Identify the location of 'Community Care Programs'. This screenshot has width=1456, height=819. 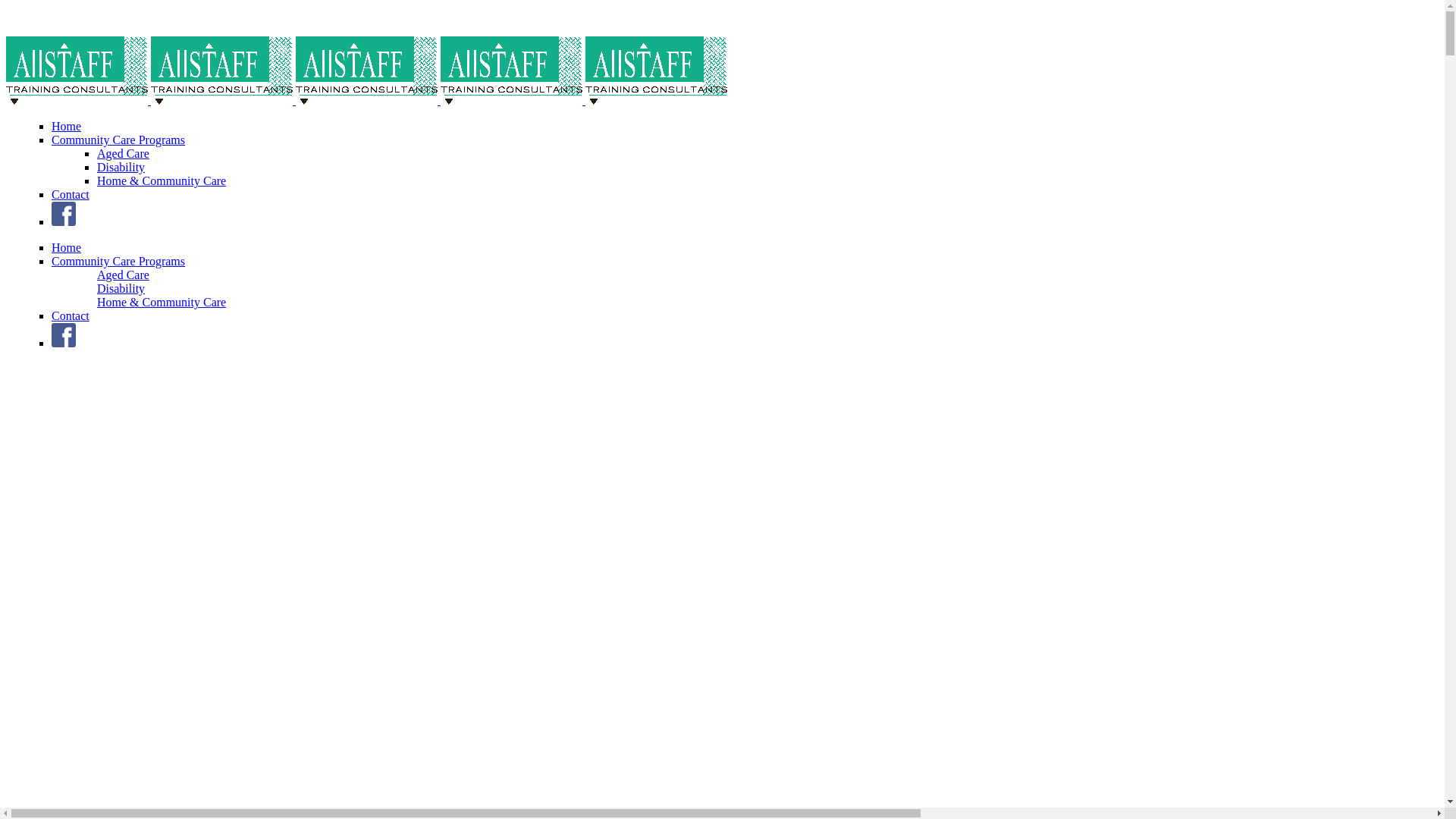
(117, 140).